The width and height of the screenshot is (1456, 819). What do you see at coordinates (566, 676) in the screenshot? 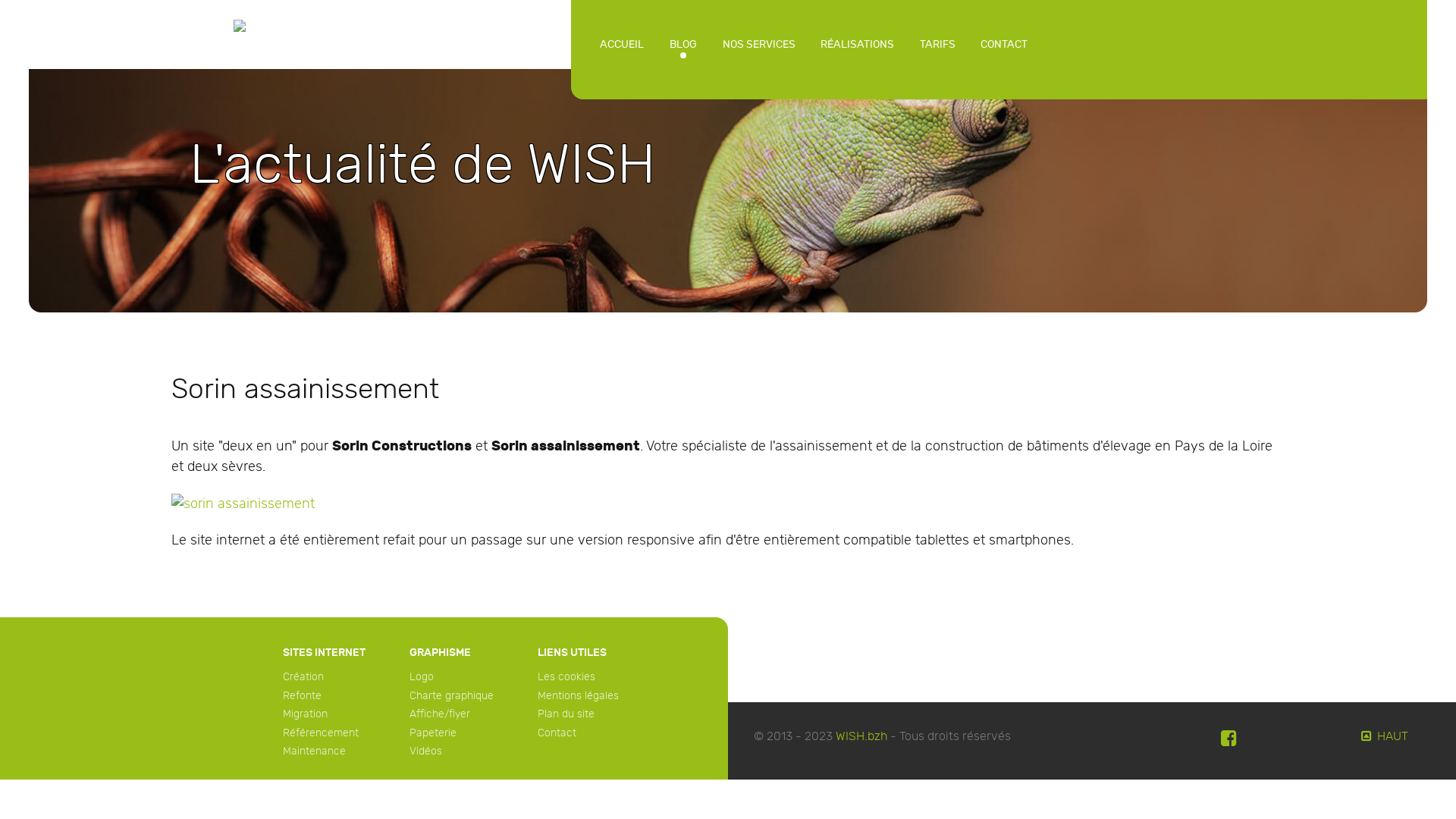
I see `'Les cookies'` at bounding box center [566, 676].